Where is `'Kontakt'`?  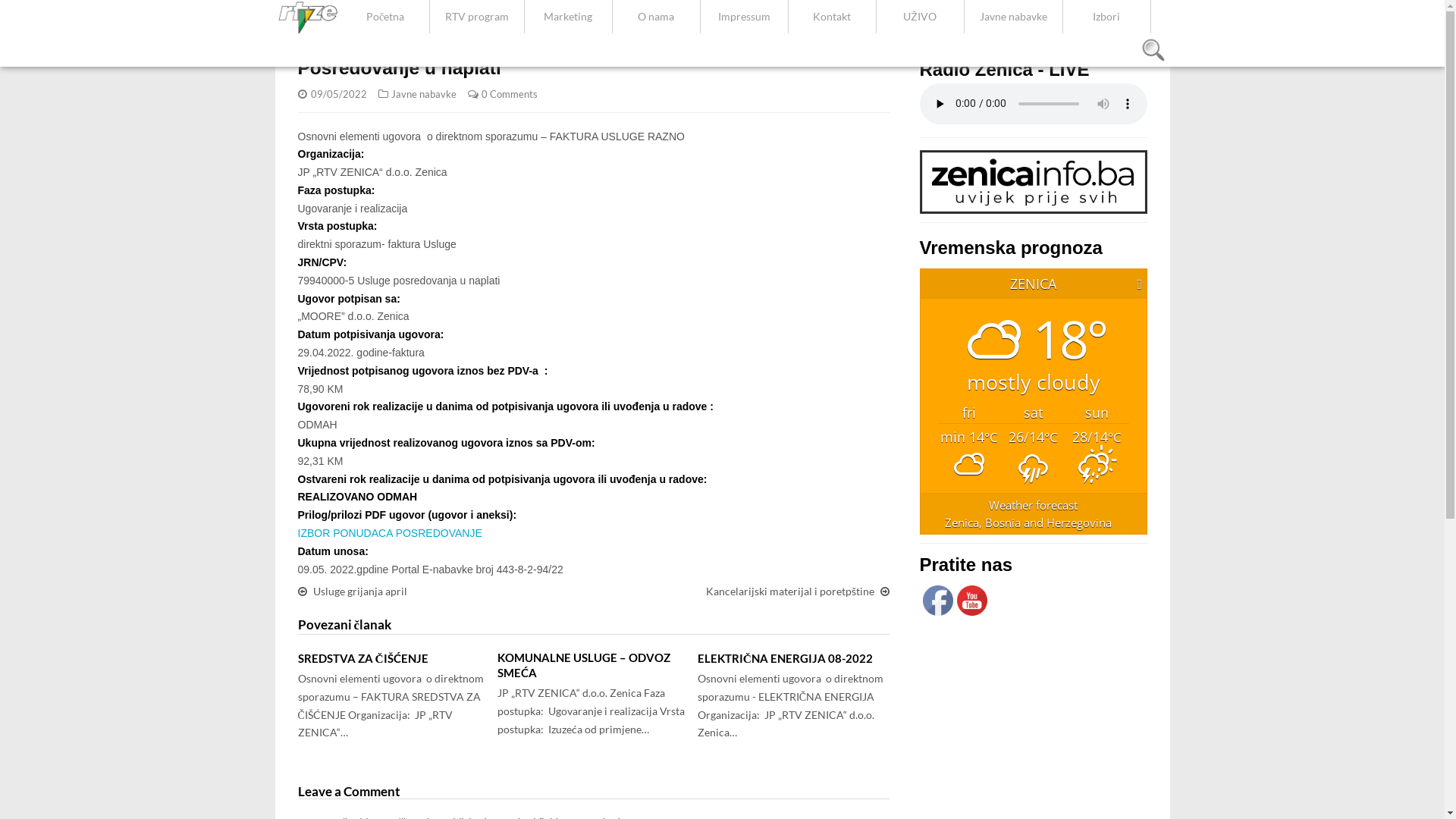 'Kontakt' is located at coordinates (831, 17).